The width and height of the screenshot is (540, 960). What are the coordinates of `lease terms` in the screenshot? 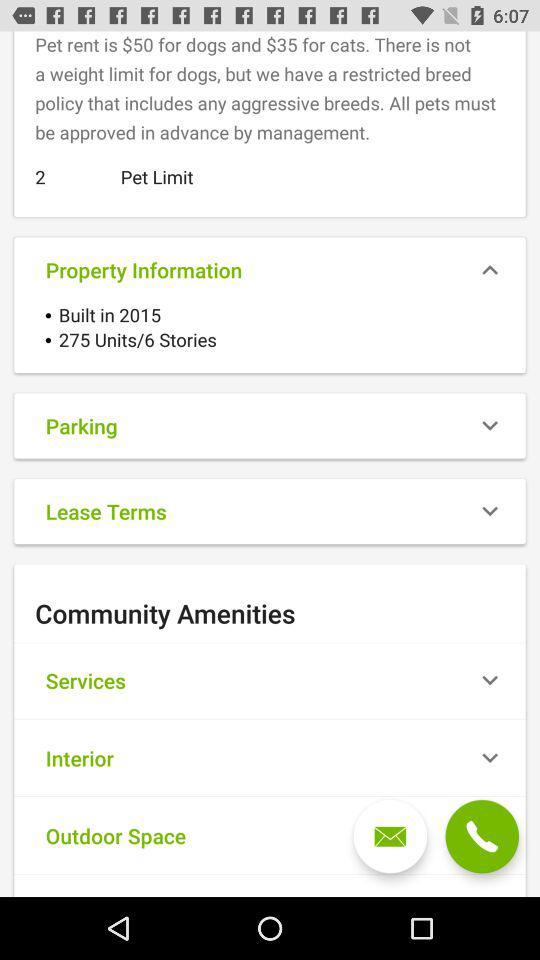 It's located at (270, 510).